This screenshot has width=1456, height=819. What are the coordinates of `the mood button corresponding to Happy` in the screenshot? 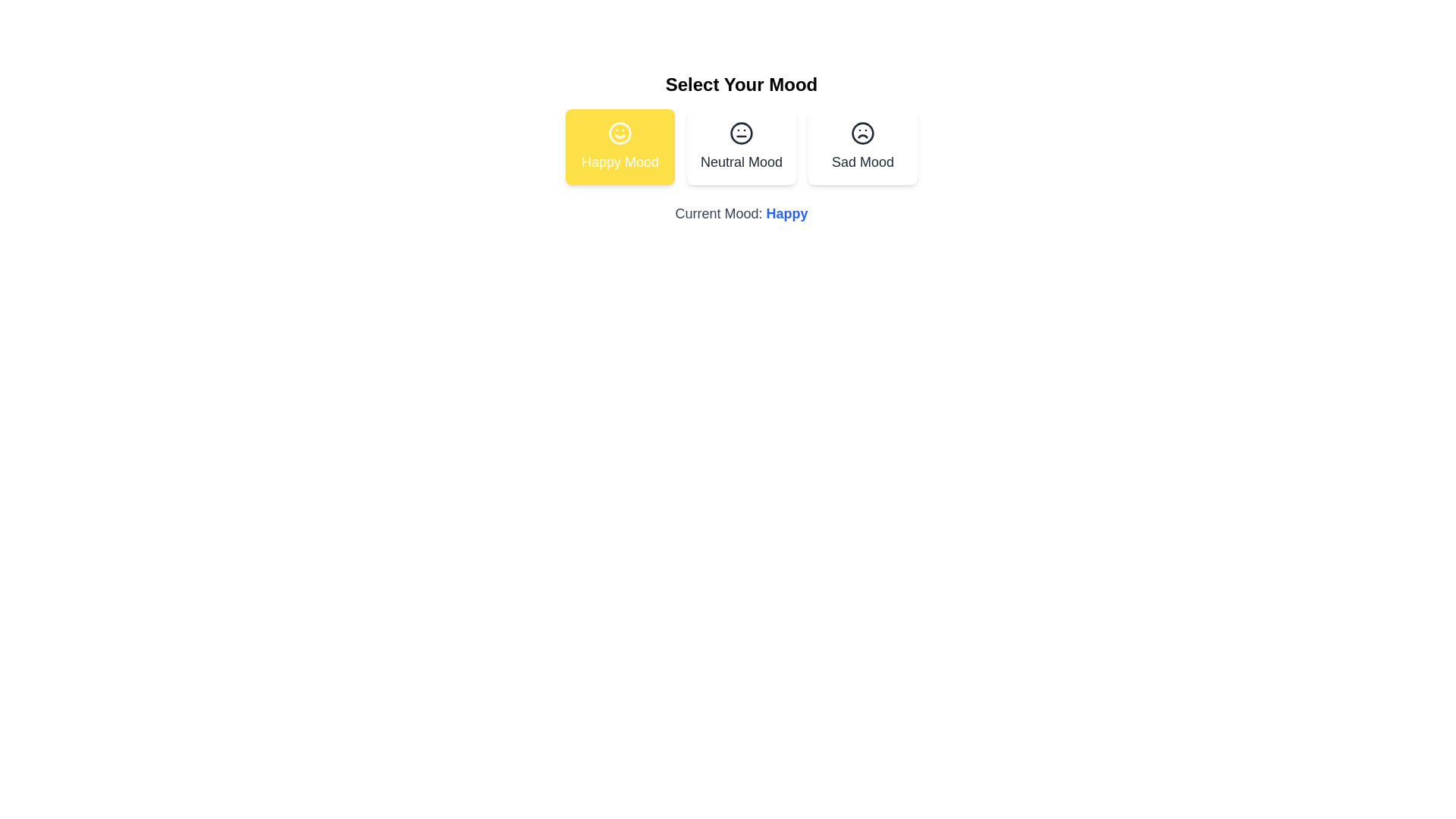 It's located at (620, 146).